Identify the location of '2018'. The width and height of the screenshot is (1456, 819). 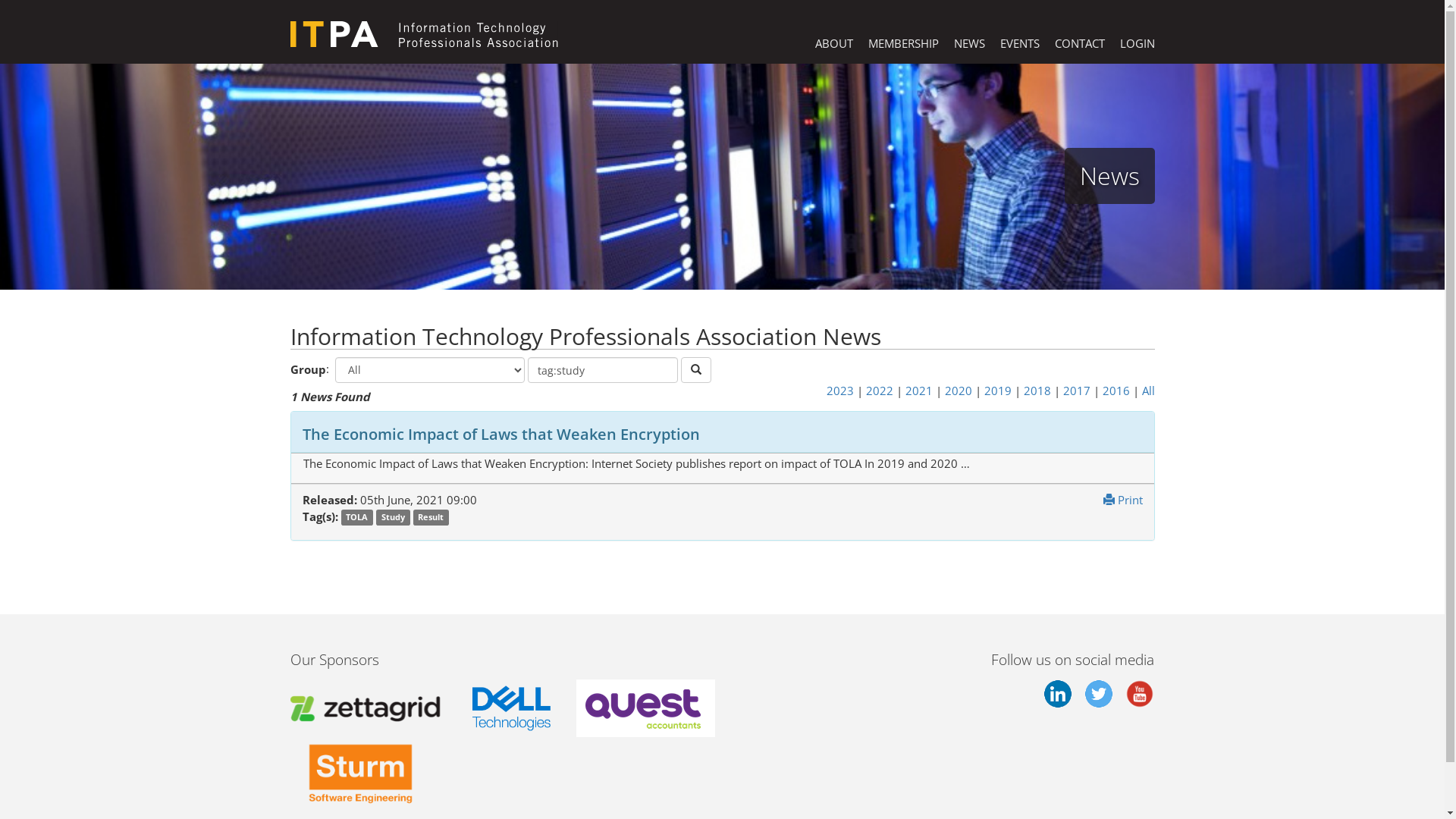
(1037, 390).